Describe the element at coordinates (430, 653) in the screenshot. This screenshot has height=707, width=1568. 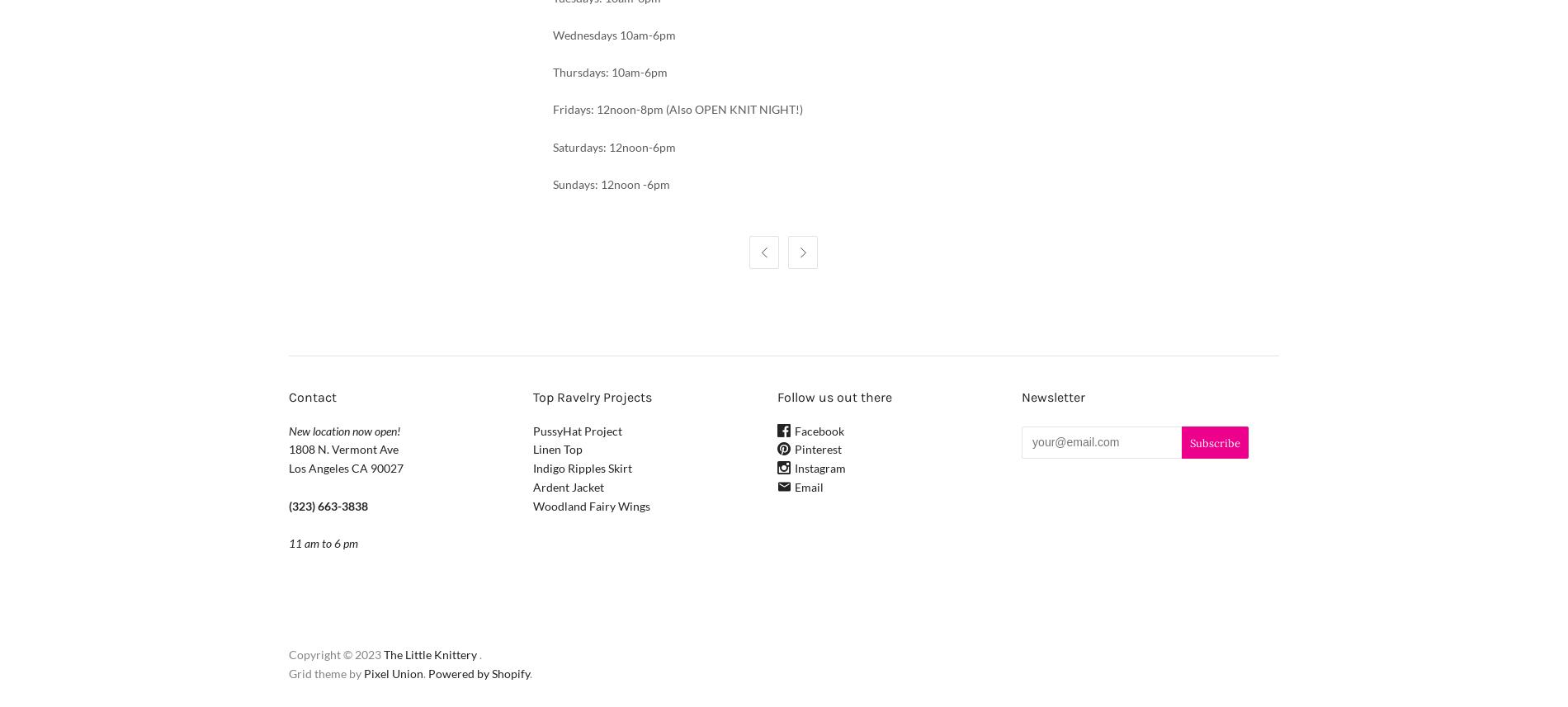
I see `'The Little Knittery'` at that location.